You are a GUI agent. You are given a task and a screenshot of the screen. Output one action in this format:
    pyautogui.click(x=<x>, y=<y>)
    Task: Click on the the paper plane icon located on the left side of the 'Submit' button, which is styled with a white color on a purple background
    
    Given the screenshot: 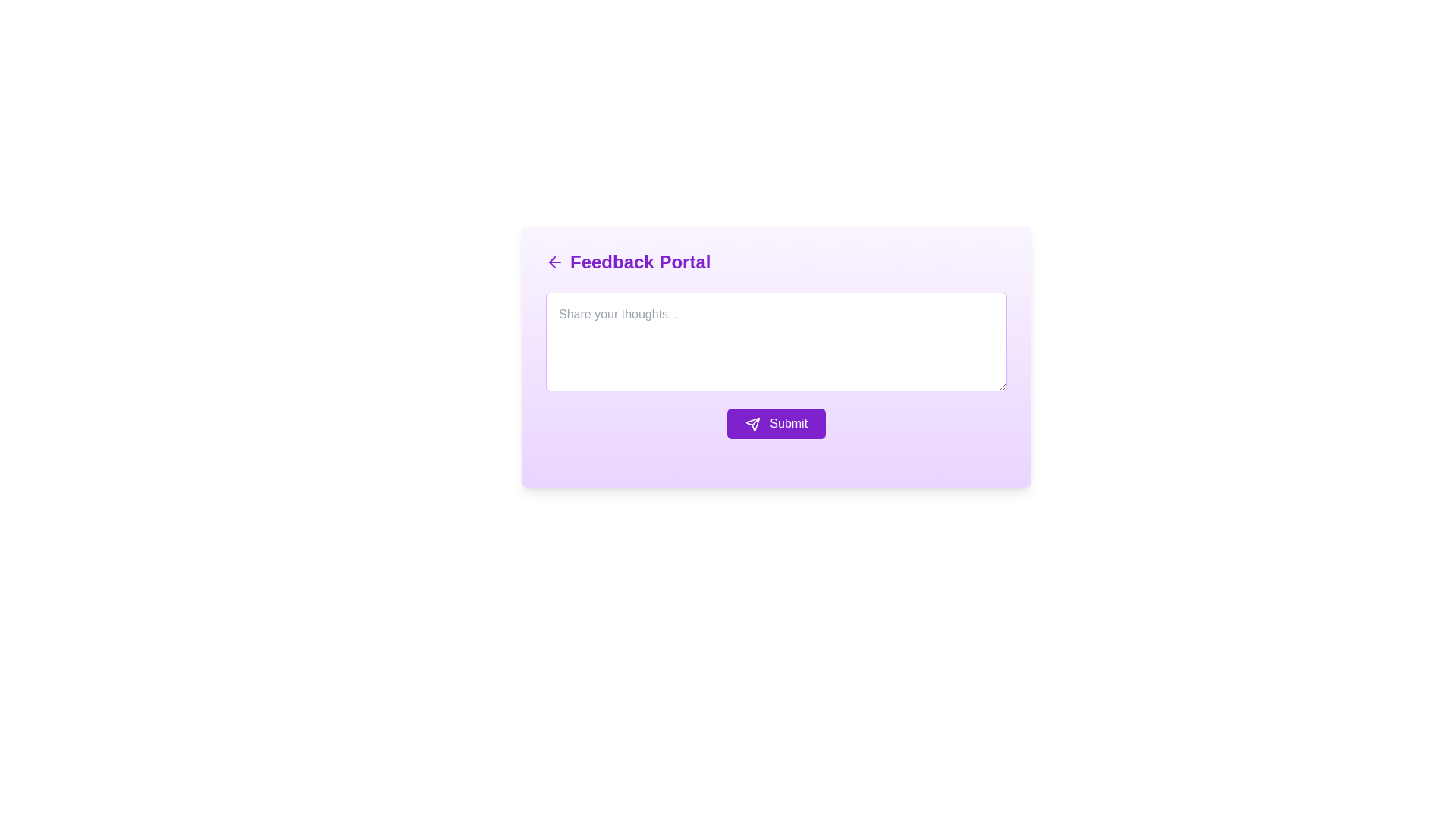 What is the action you would take?
    pyautogui.click(x=752, y=424)
    